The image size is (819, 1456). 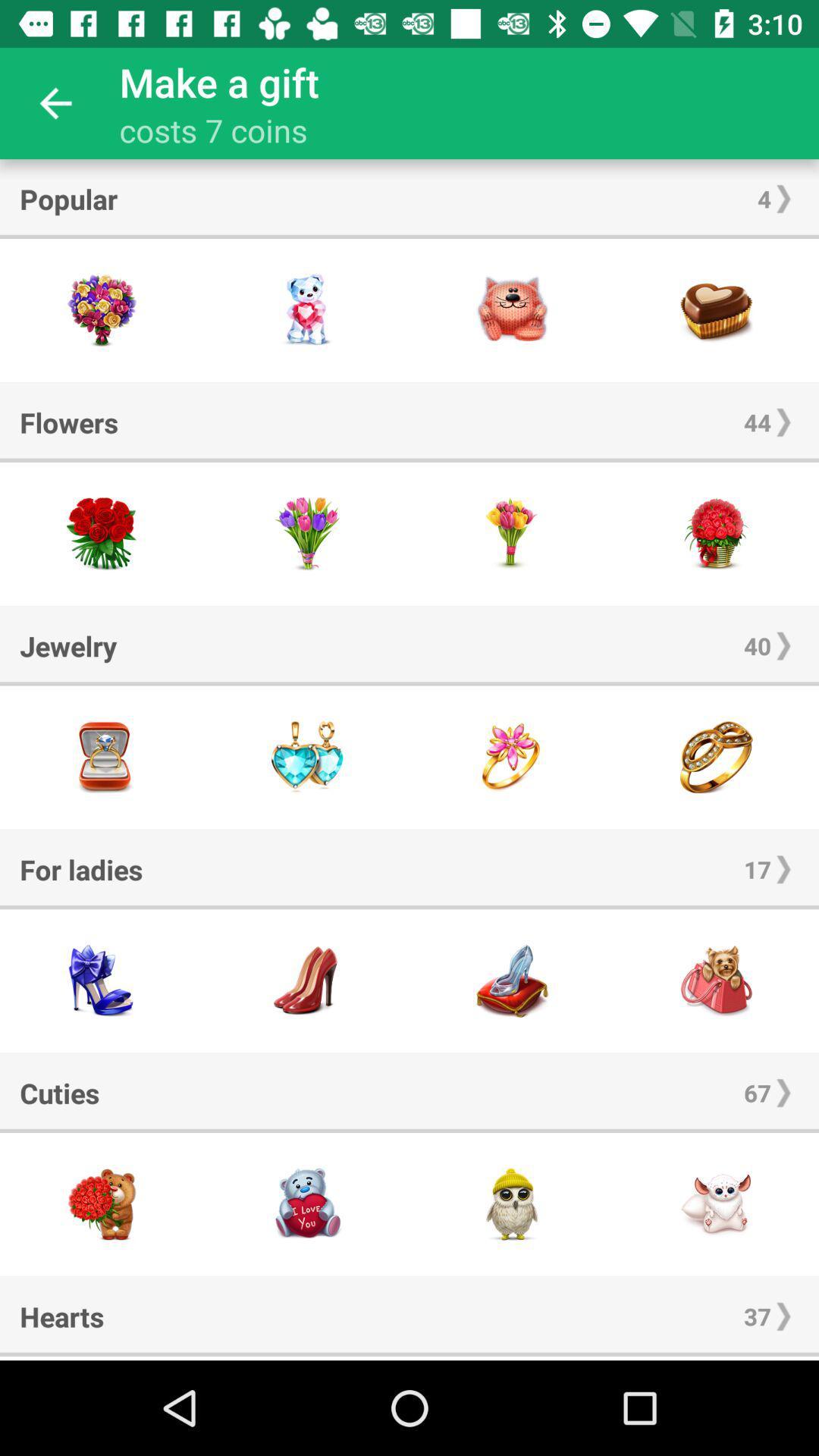 What do you see at coordinates (512, 534) in the screenshot?
I see `the gift option` at bounding box center [512, 534].